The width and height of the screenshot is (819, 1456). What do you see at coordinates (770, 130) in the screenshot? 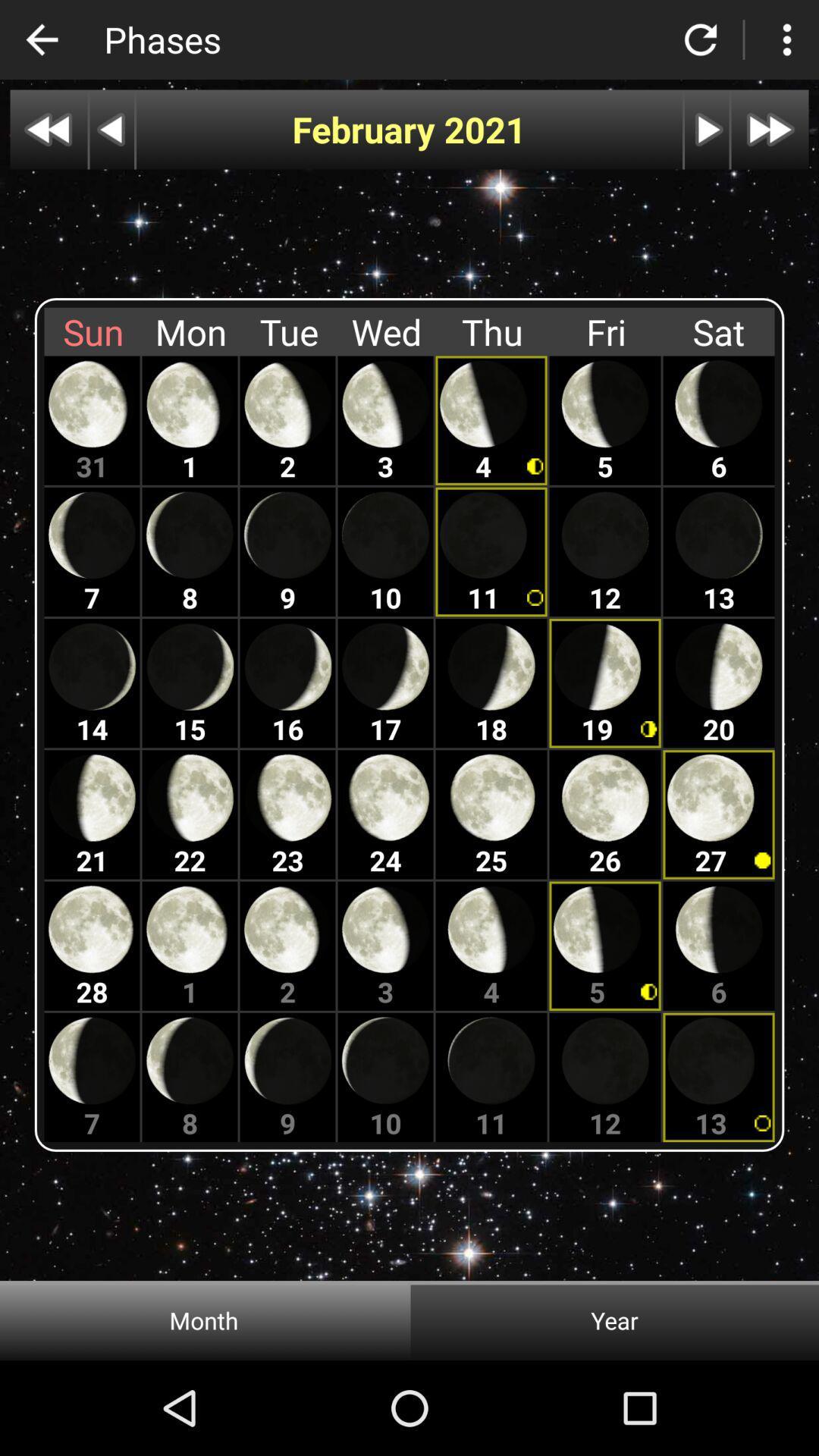
I see `the av_forward icon` at bounding box center [770, 130].